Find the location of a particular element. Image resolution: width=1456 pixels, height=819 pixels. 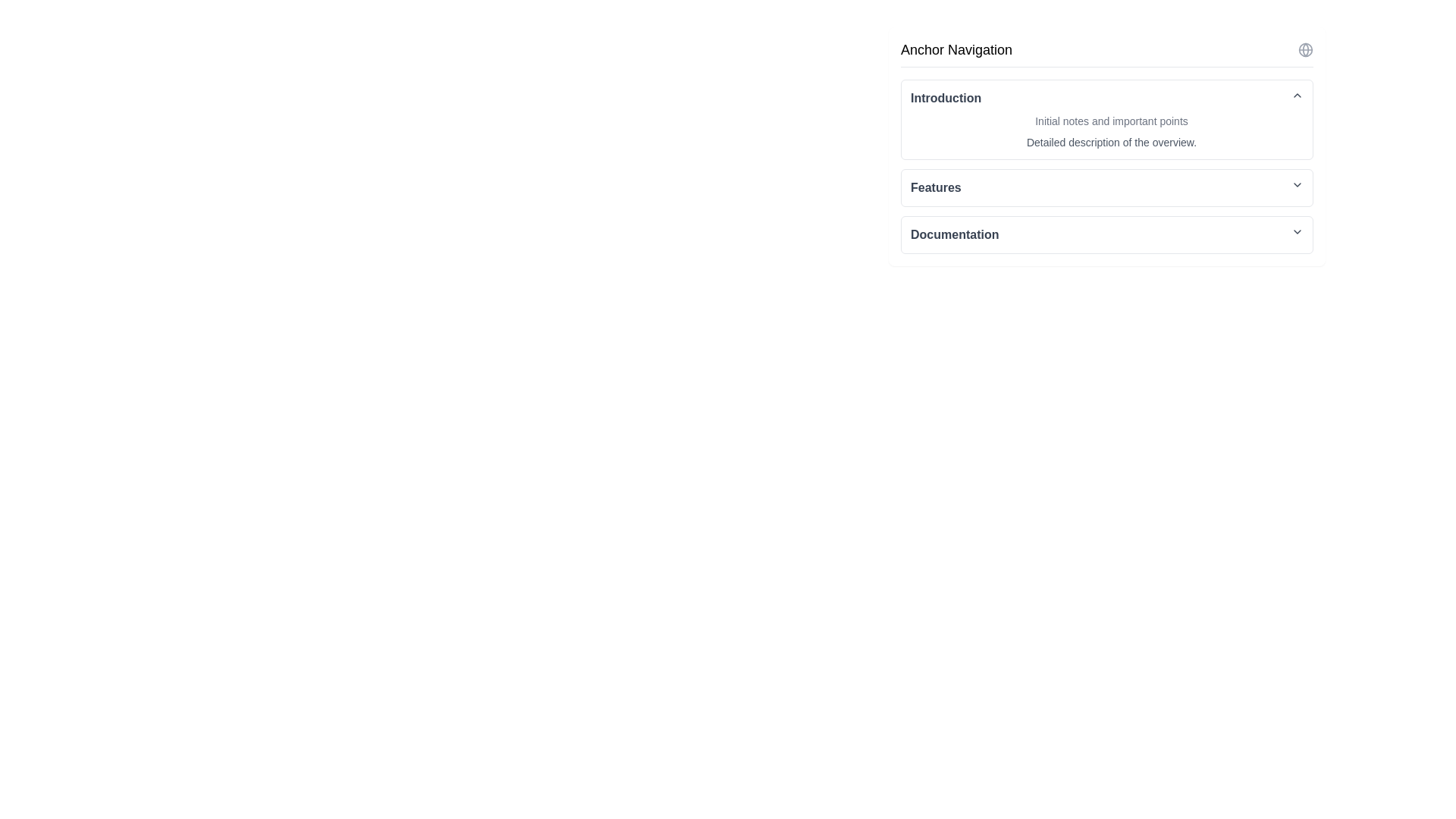

the chevron icon to the right of the 'Introduction' header in the 'Anchor Navigation' section for potential visual feedback is located at coordinates (1296, 96).